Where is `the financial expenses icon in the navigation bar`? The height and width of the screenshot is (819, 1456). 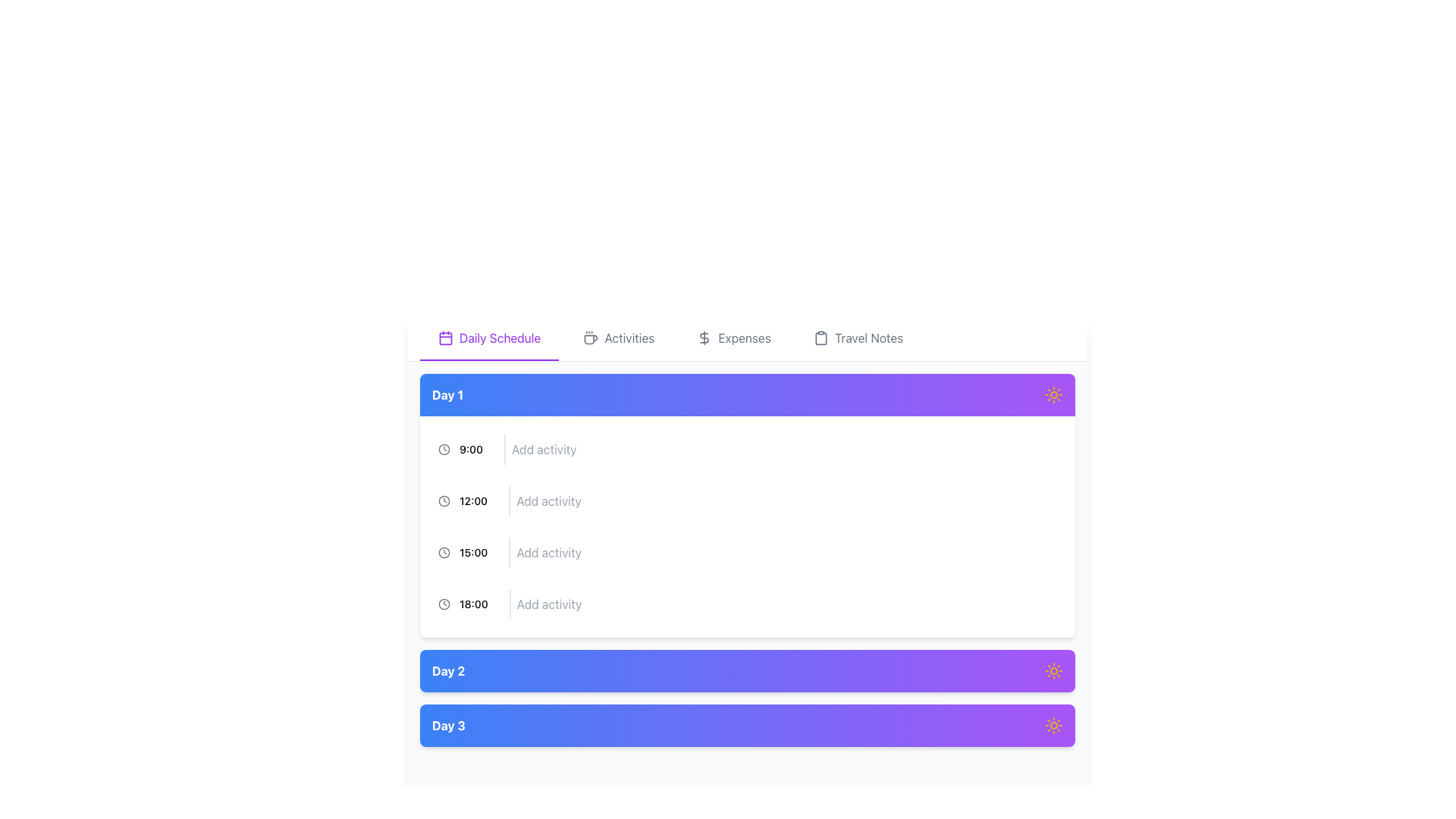
the financial expenses icon in the navigation bar is located at coordinates (704, 337).